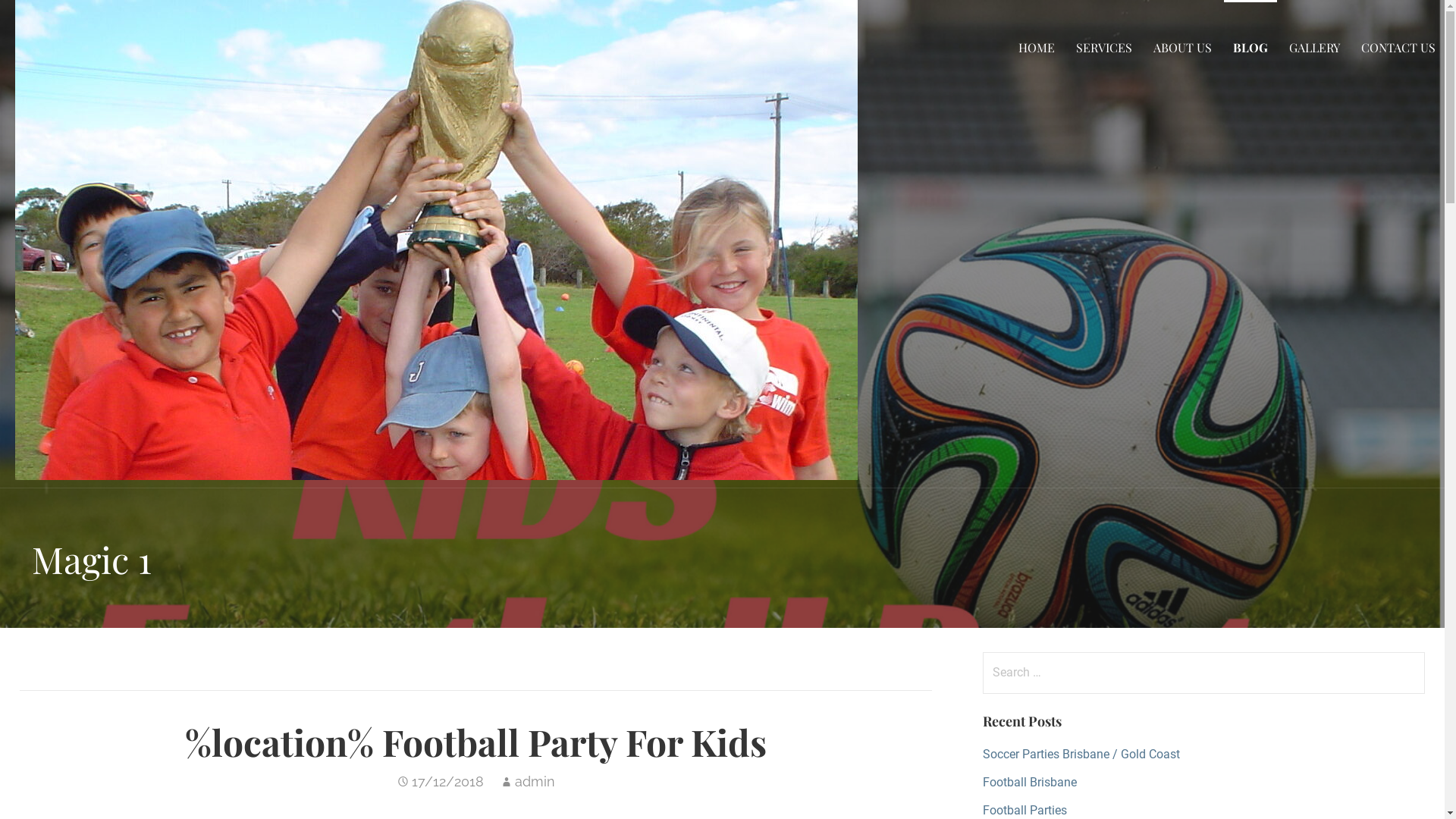  Describe the element at coordinates (1181, 46) in the screenshot. I see `'ABOUT US'` at that location.